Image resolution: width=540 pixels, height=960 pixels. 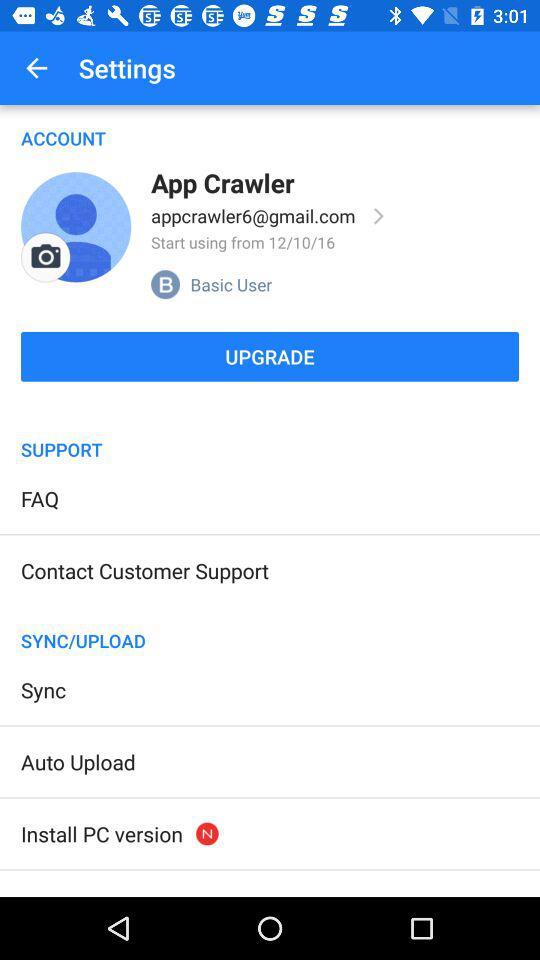 I want to click on the item below faq, so click(x=143, y=570).